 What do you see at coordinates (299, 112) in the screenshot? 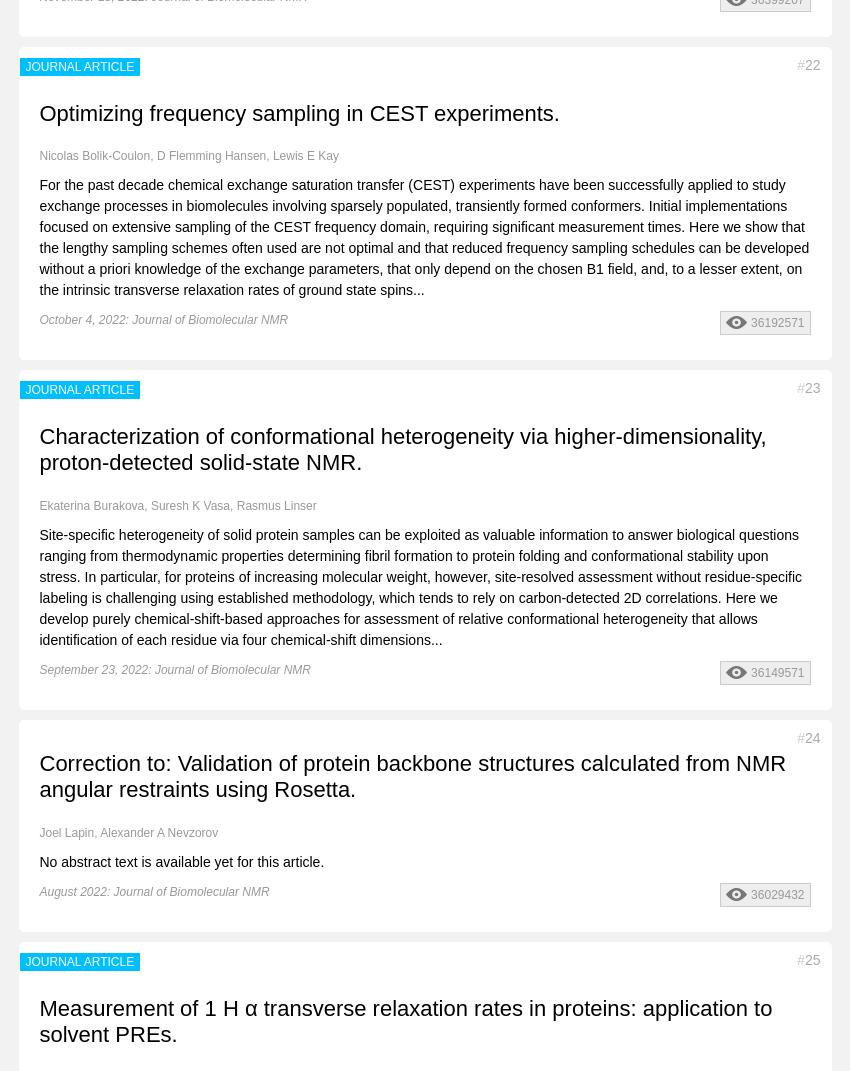
I see `'Optimizing frequency sampling in CEST experiments.'` at bounding box center [299, 112].